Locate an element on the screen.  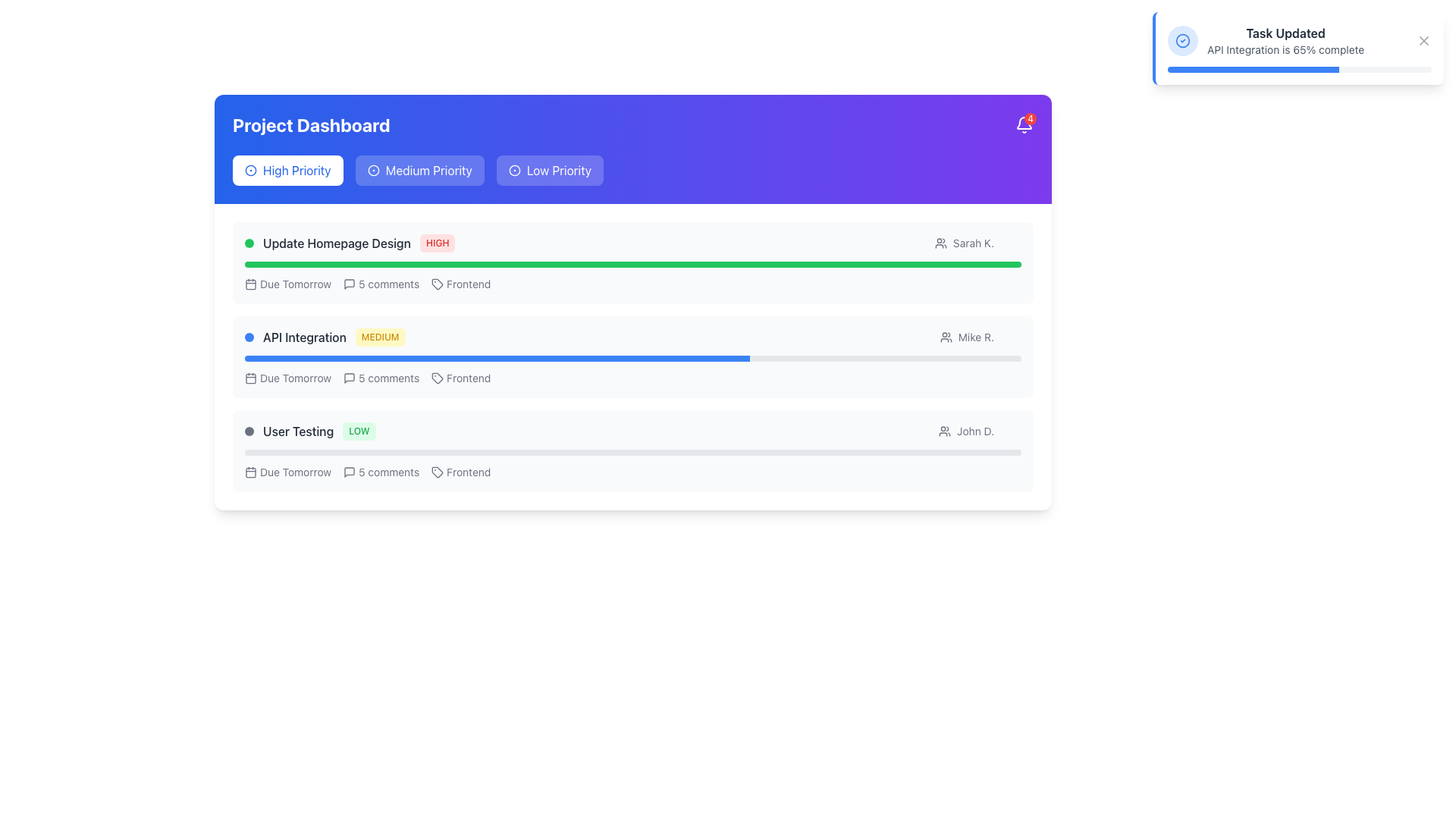
the small badge displaying the text 'HIGH' in bold red font, located to the right of the title text in the 'Project Dashboard' area, within the list item titled 'Update Homepage Design' is located at coordinates (437, 242).